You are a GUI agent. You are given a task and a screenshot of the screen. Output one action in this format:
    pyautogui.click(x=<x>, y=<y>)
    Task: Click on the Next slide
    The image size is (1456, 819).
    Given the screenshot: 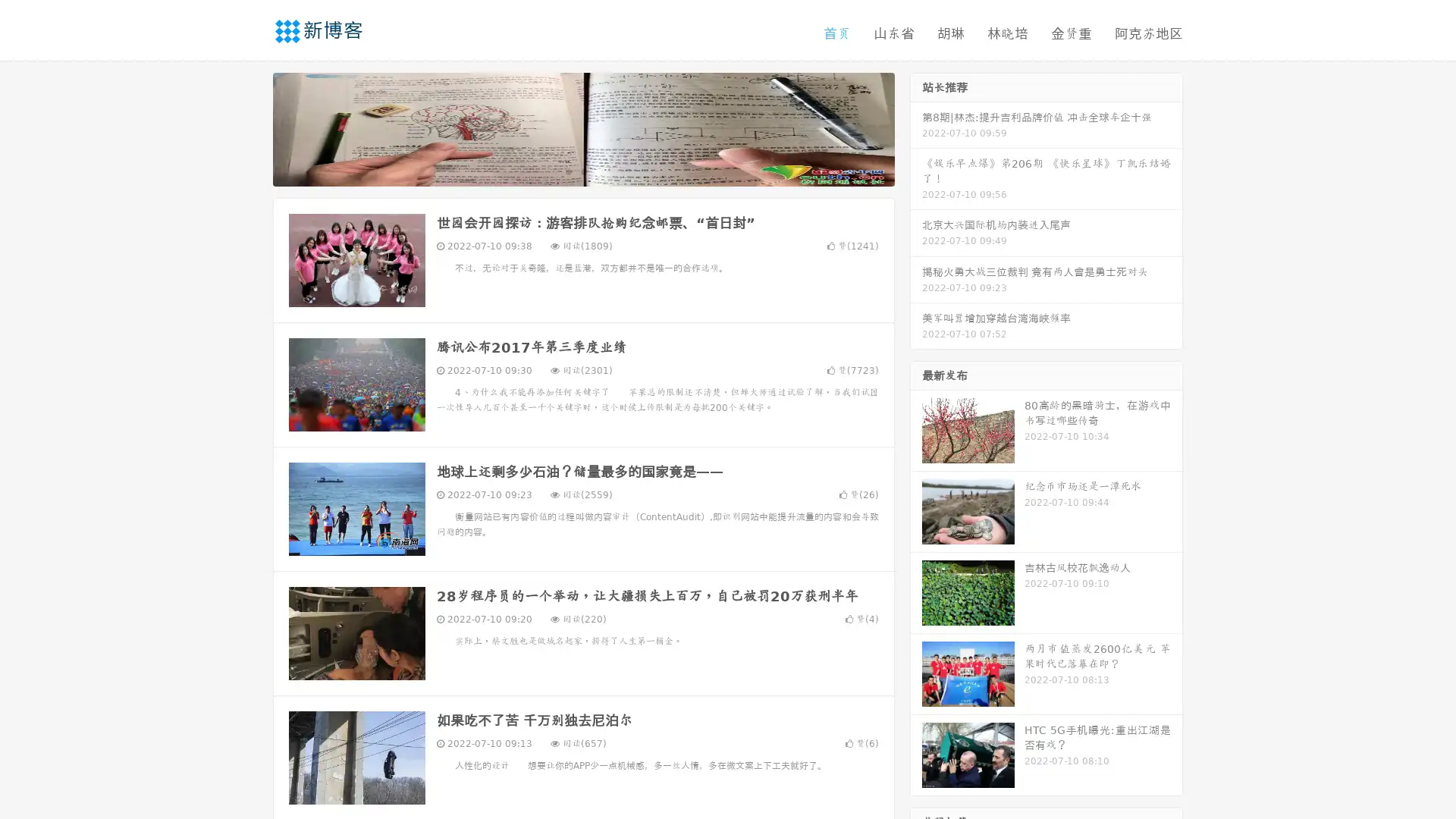 What is the action you would take?
    pyautogui.click(x=916, y=127)
    